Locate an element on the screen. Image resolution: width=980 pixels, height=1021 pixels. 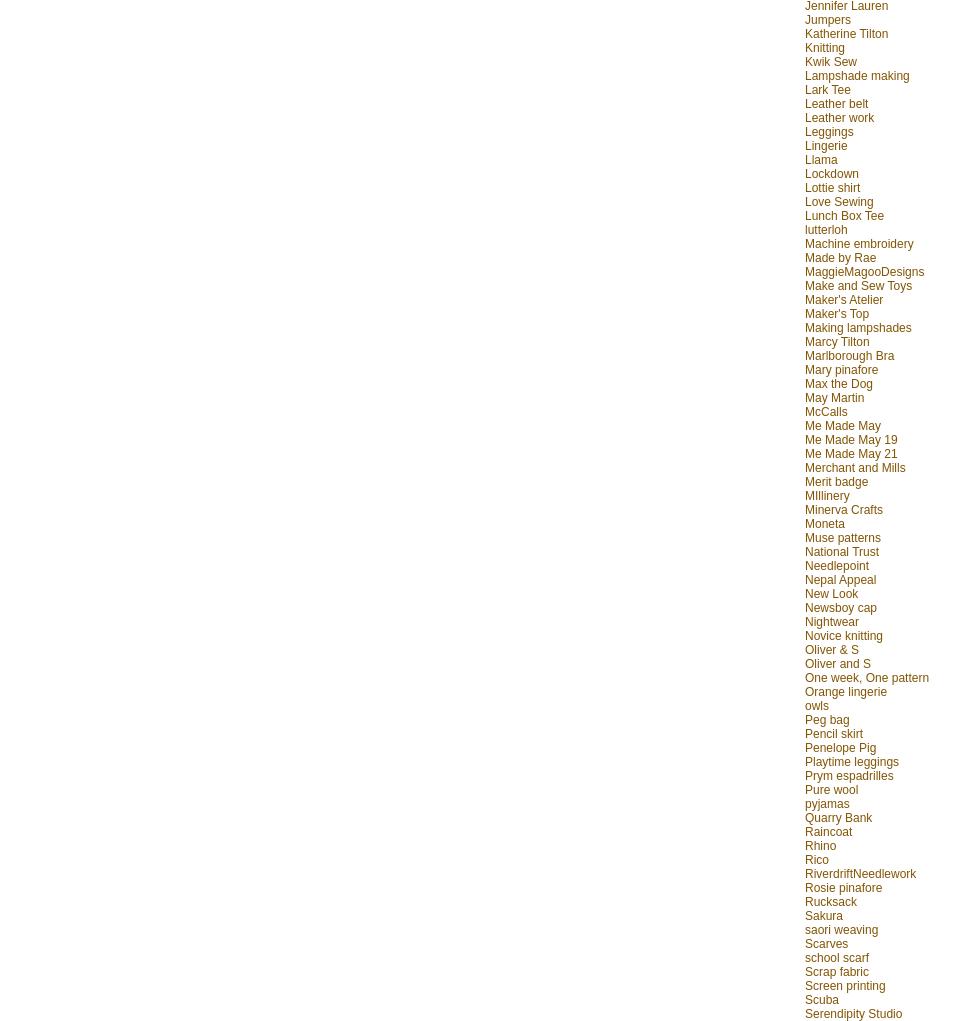
'Knitting' is located at coordinates (824, 46).